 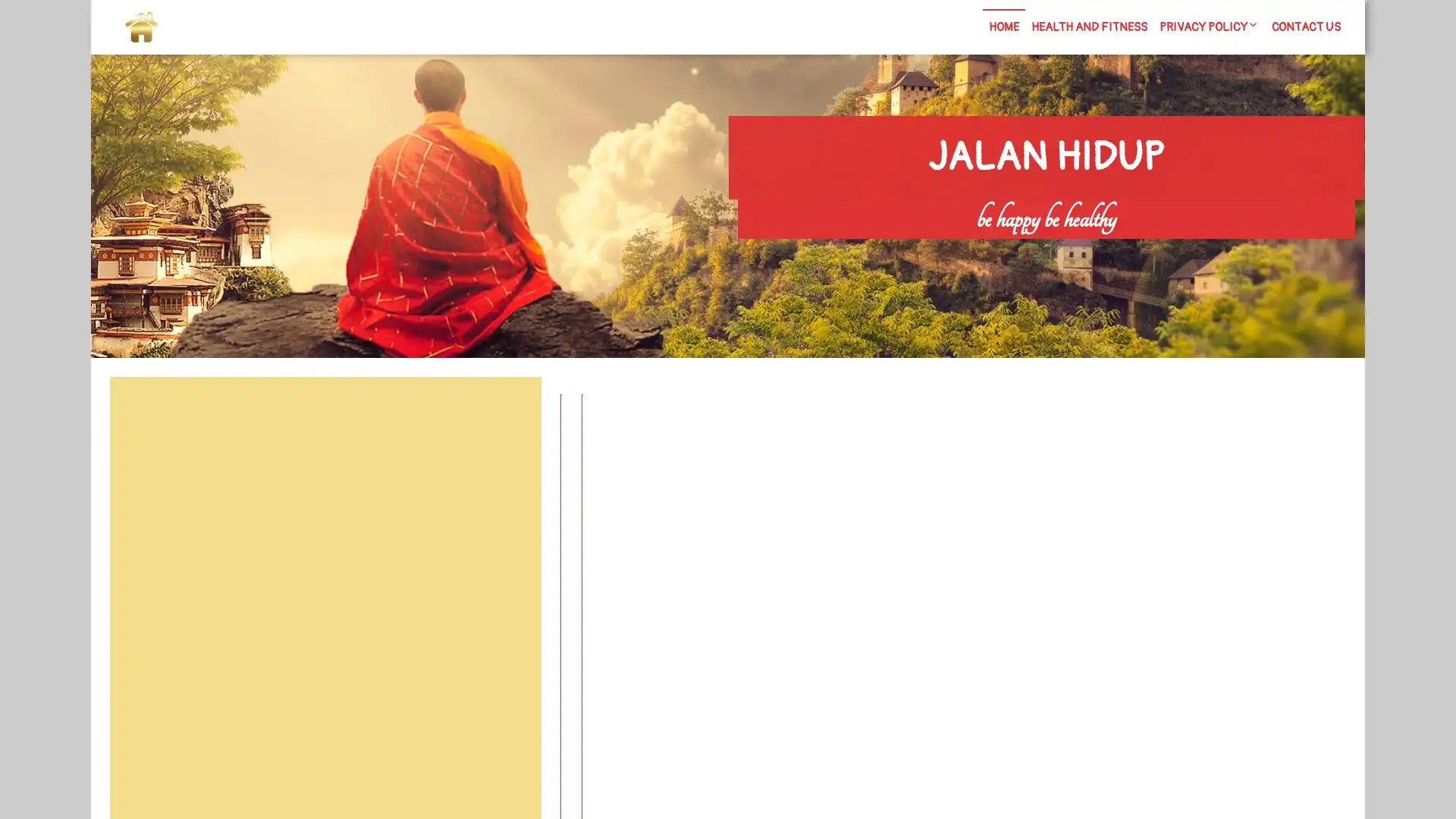 I want to click on Search, so click(x=1181, y=248).